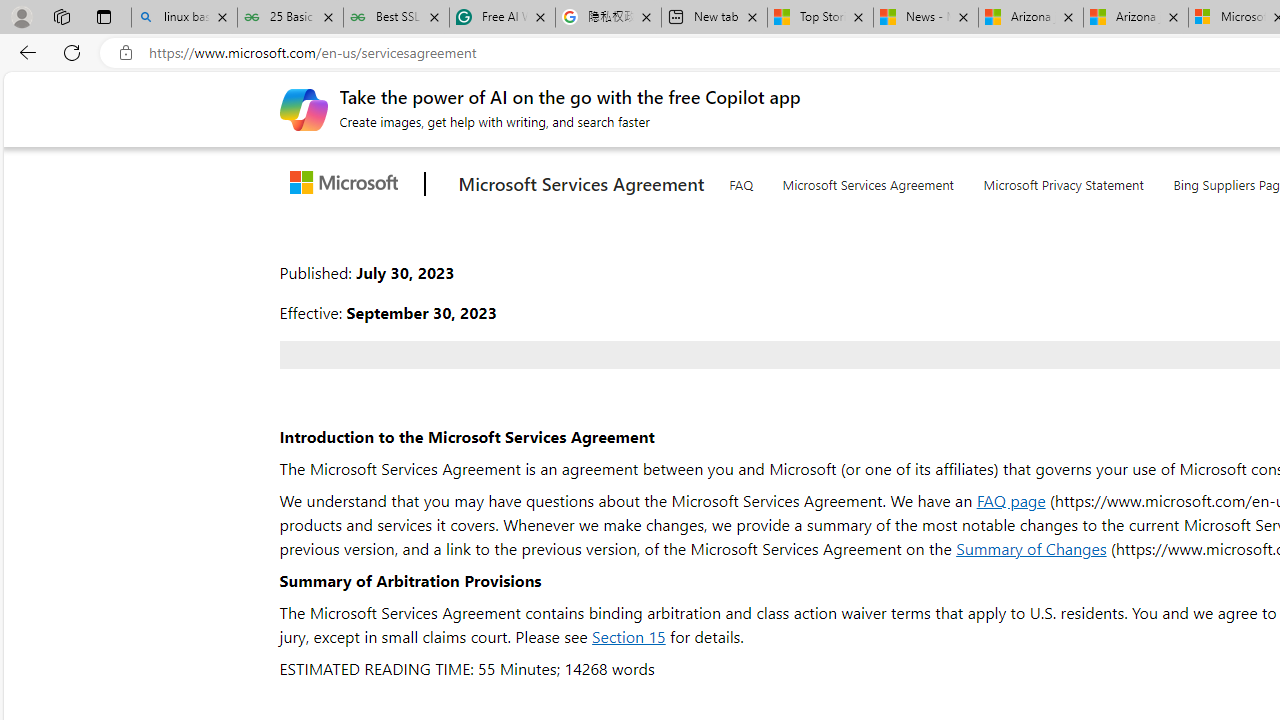 Image resolution: width=1280 pixels, height=720 pixels. Describe the element at coordinates (925, 17) in the screenshot. I see `'News - MSN'` at that location.